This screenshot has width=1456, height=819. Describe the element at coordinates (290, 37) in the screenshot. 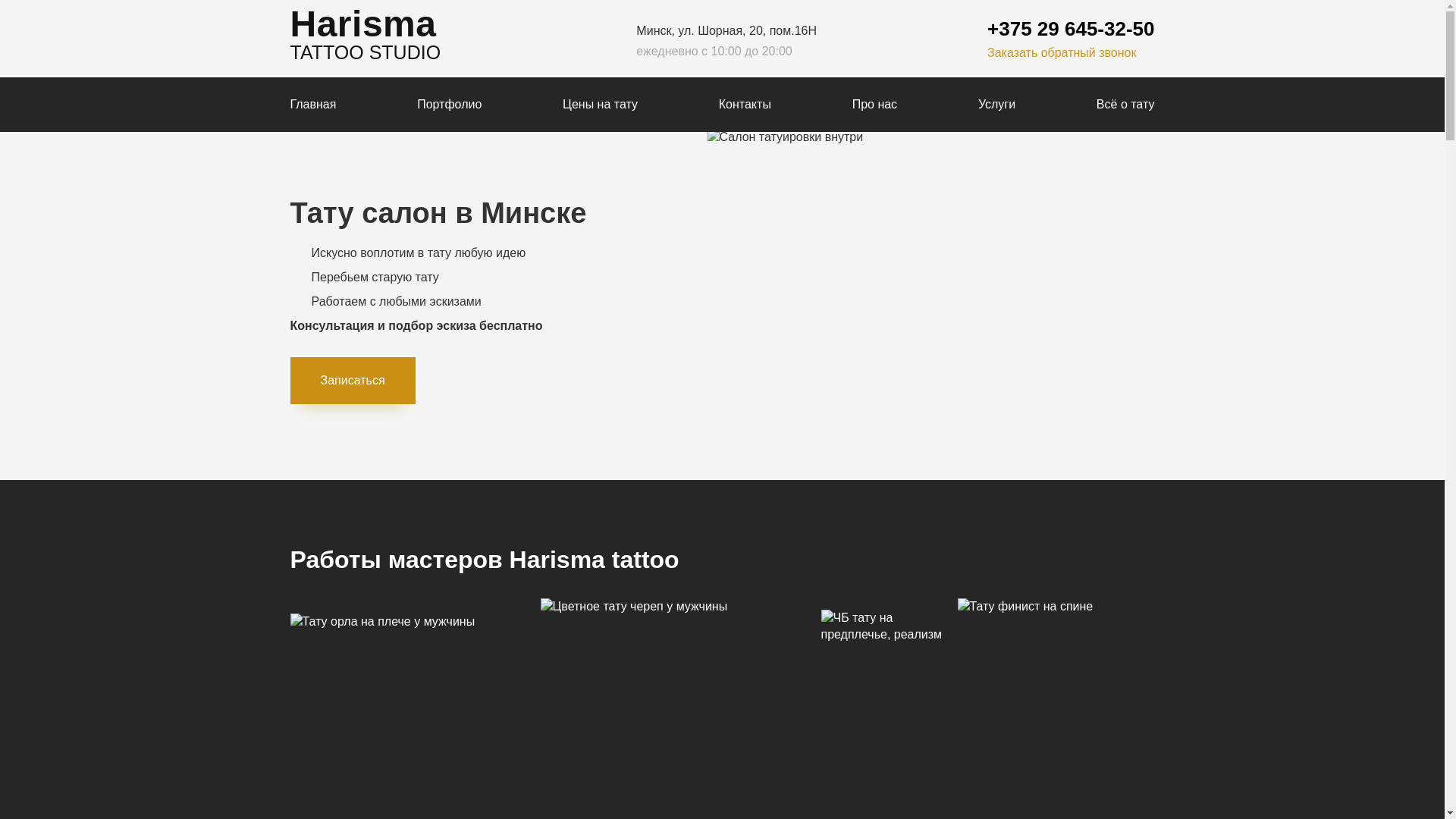

I see `'Harisma` at that location.